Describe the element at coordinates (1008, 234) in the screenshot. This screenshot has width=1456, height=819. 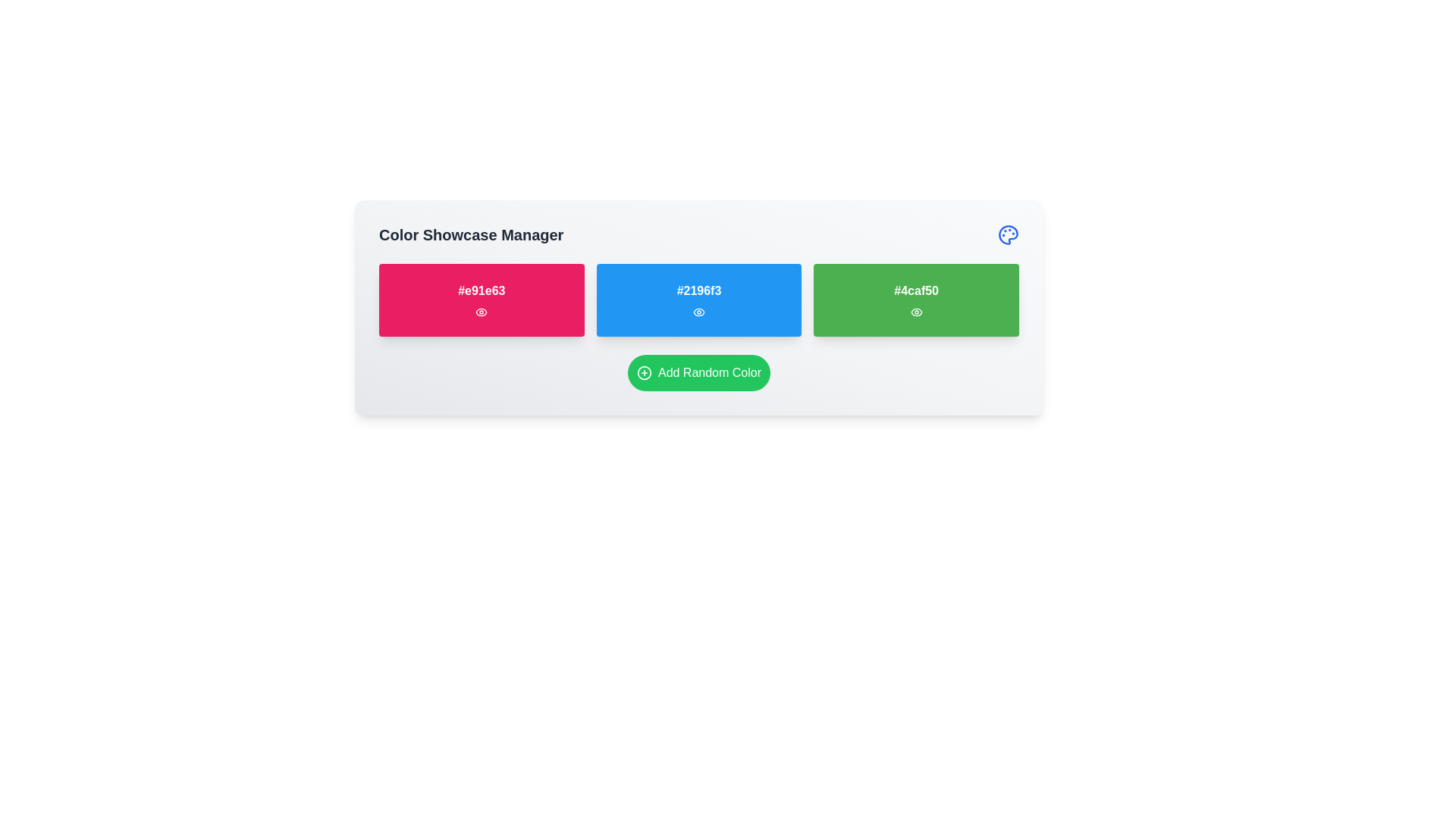
I see `the blue circular palette icon located in the top-right corner of the 'Color Showcase Manager' panel` at that location.